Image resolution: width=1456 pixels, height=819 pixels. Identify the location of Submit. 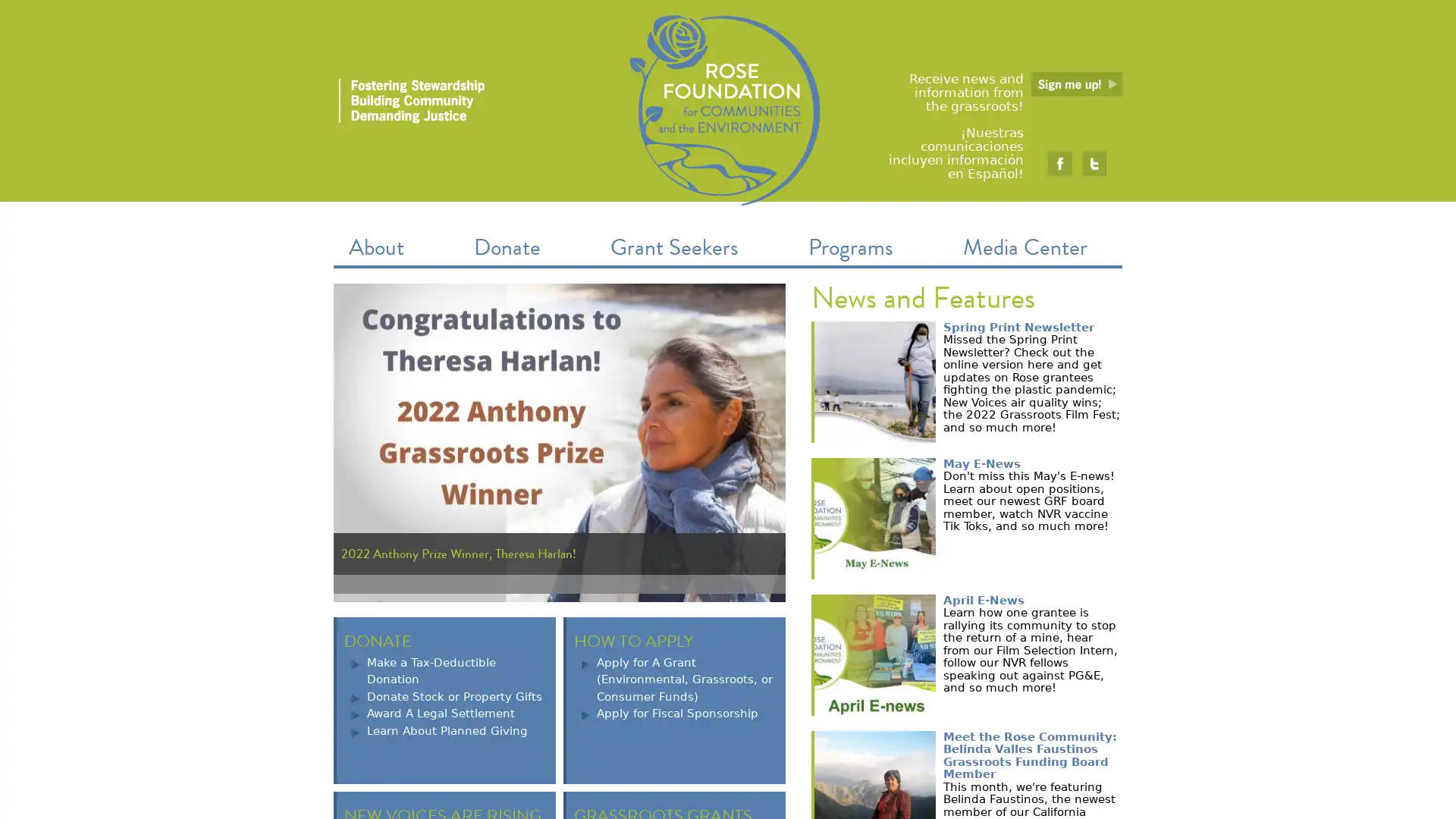
(1076, 84).